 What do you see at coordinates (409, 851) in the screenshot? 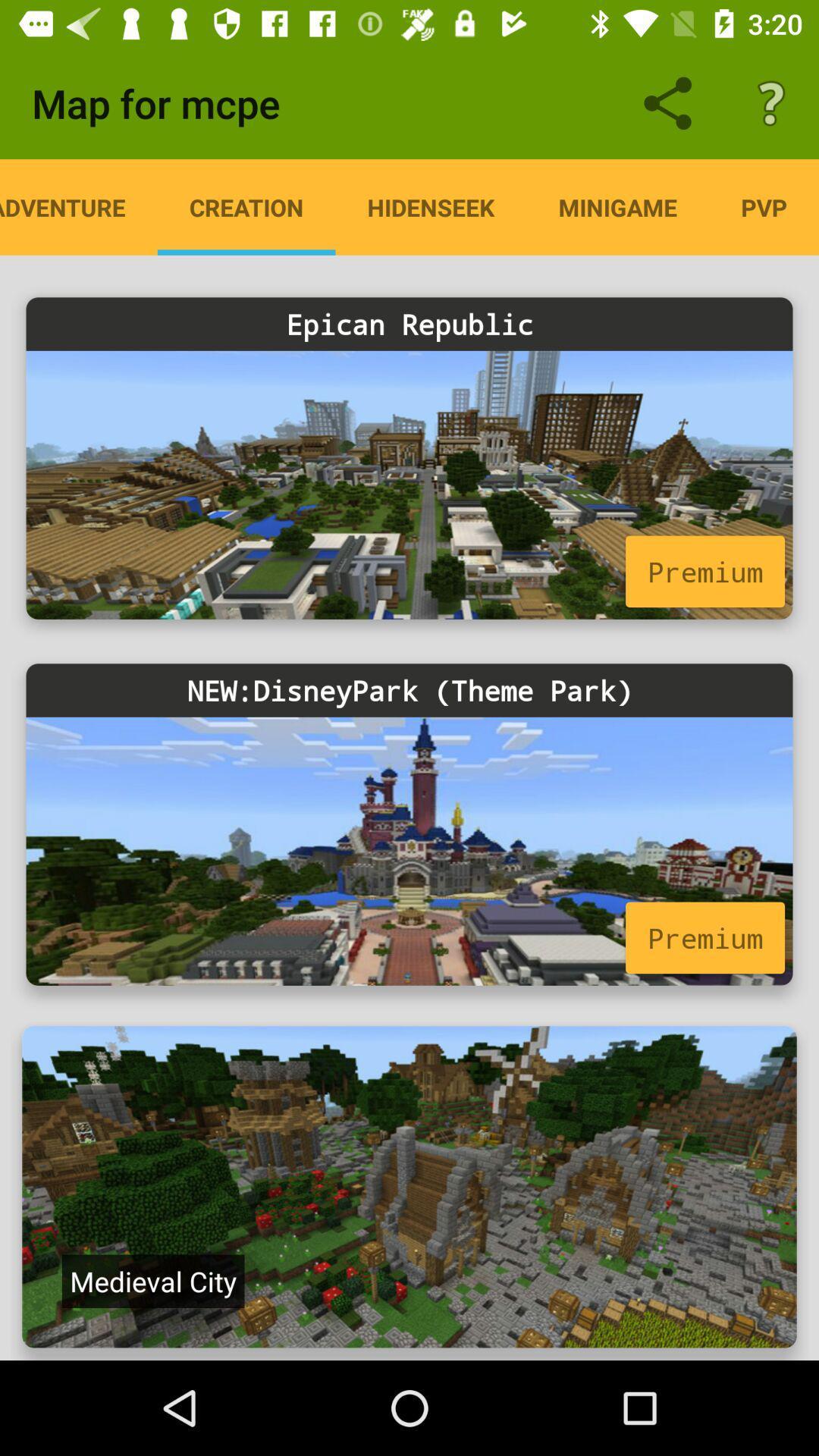
I see `new disneypark theme park` at bounding box center [409, 851].